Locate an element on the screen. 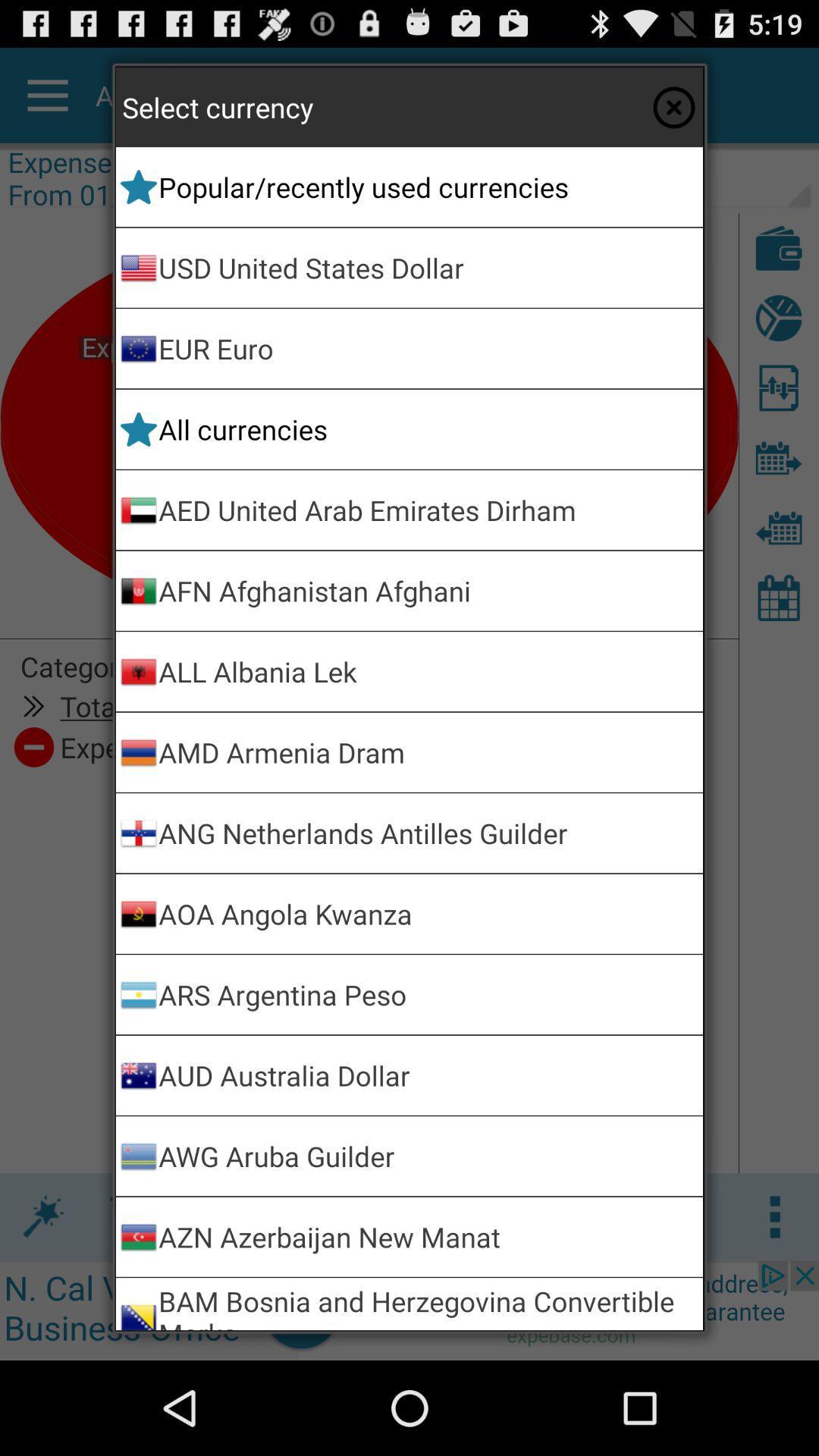  the item above awg aruba guilder app is located at coordinates (428, 1075).